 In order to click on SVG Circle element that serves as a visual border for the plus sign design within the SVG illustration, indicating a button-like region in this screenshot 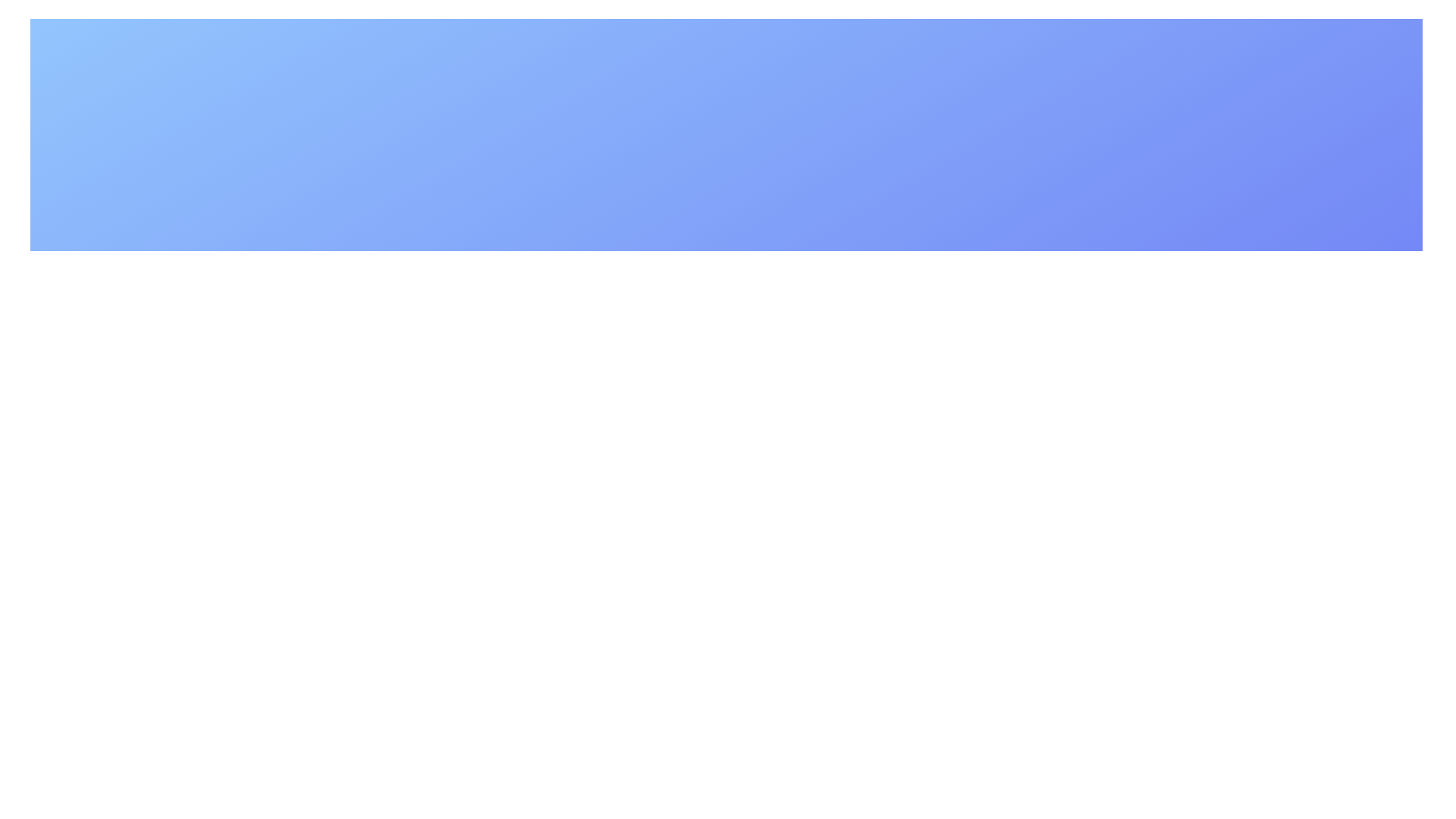, I will do `click(617, 394)`.